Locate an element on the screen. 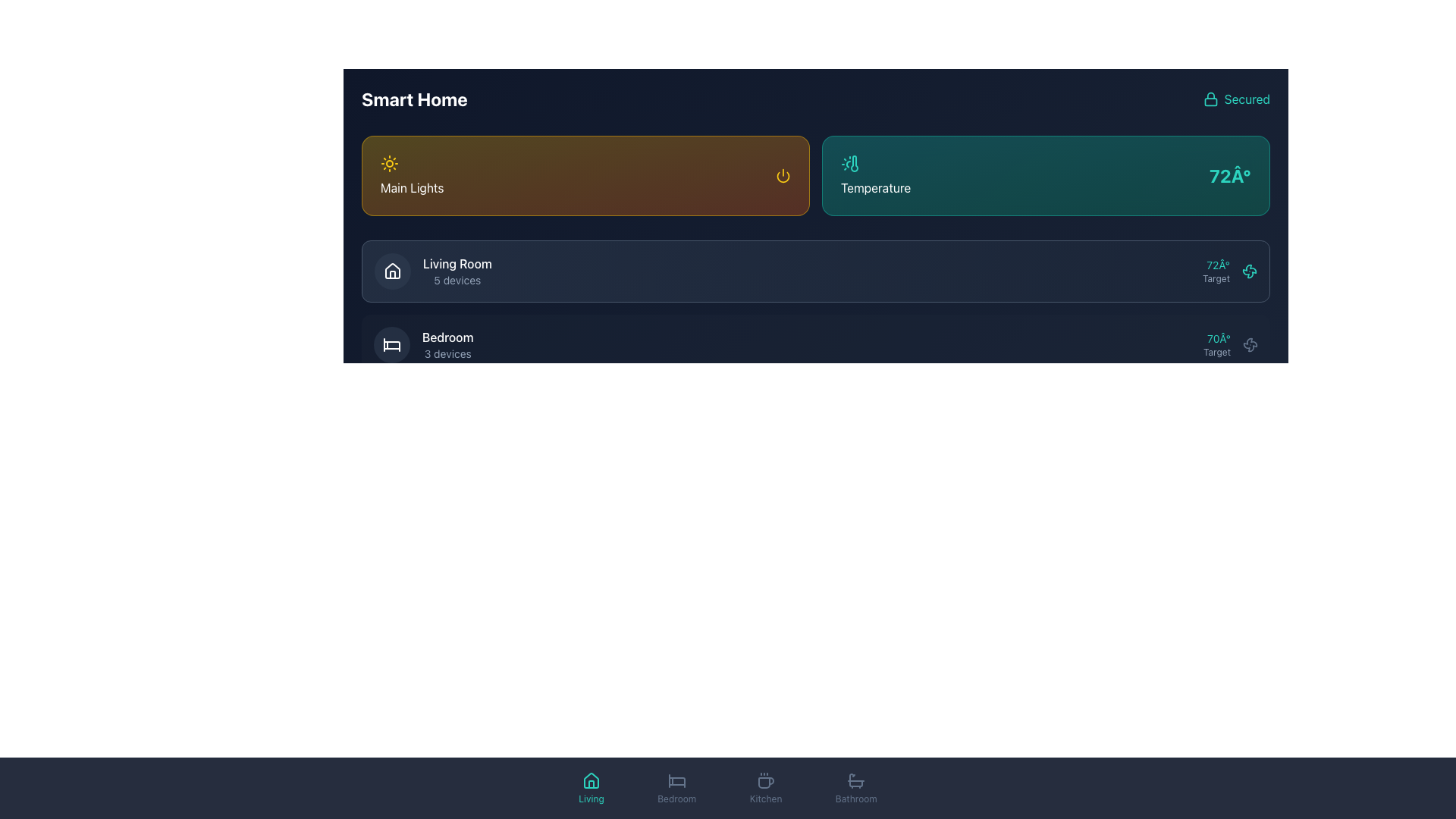 The width and height of the screenshot is (1456, 819). the 'Bedroom' text label located in the bottom navigation bar, which is styled in grayish color and centered below a bed icon is located at coordinates (676, 798).